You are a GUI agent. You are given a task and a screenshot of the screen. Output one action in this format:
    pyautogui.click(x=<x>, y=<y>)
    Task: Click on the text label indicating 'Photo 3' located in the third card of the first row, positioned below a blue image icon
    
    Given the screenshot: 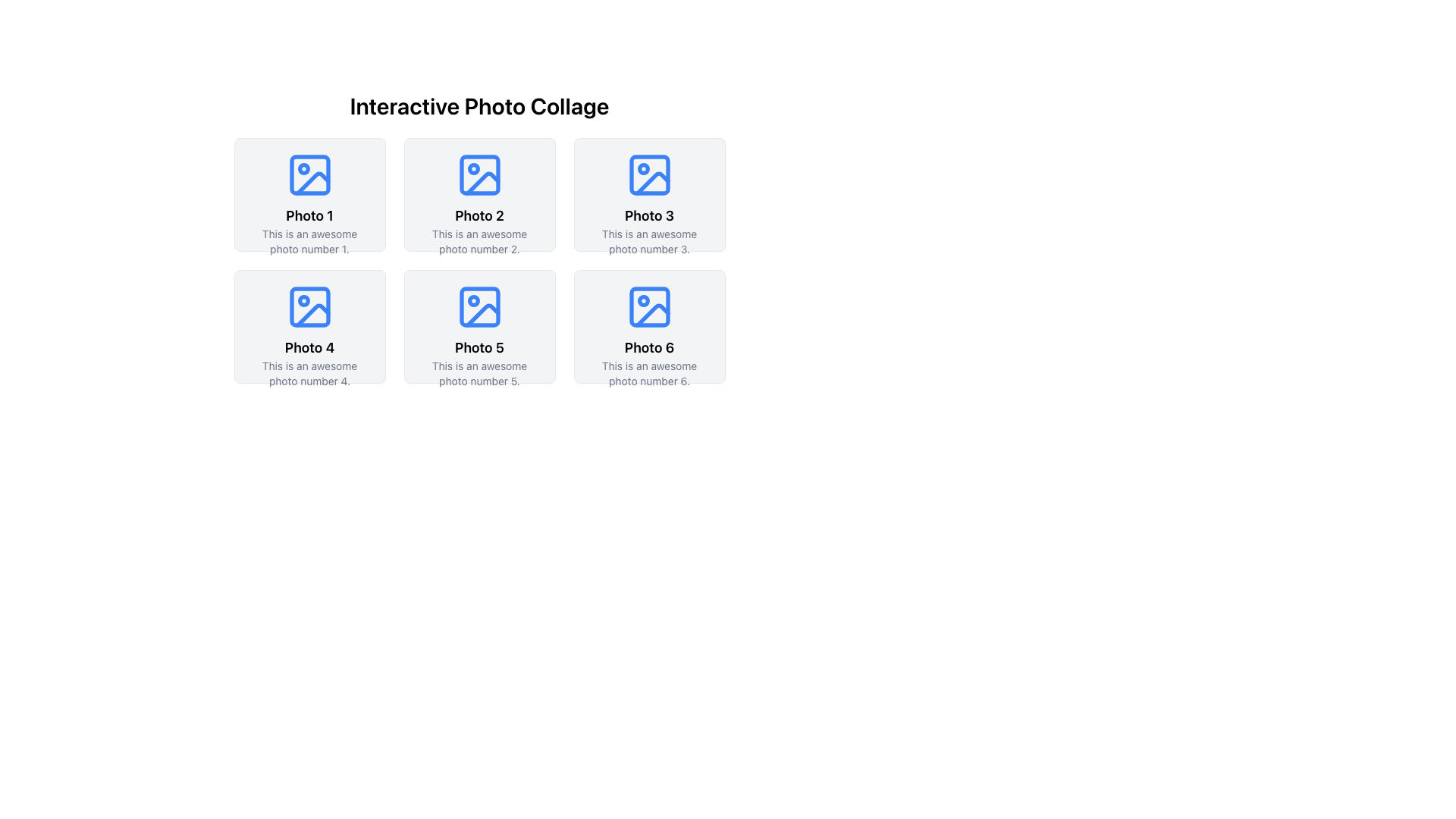 What is the action you would take?
    pyautogui.click(x=649, y=216)
    